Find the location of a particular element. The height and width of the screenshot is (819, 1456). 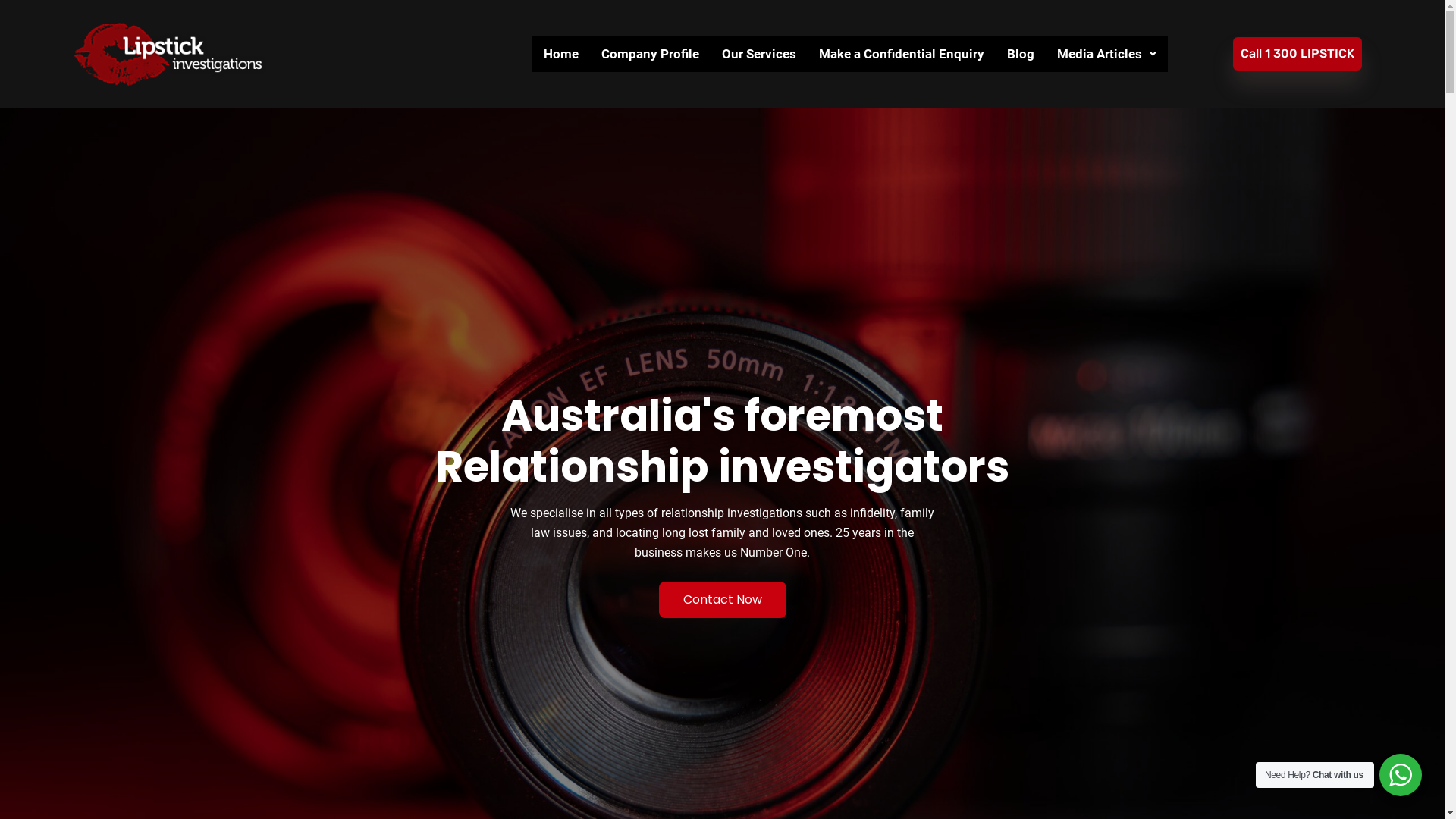

'Our Services' is located at coordinates (759, 53).